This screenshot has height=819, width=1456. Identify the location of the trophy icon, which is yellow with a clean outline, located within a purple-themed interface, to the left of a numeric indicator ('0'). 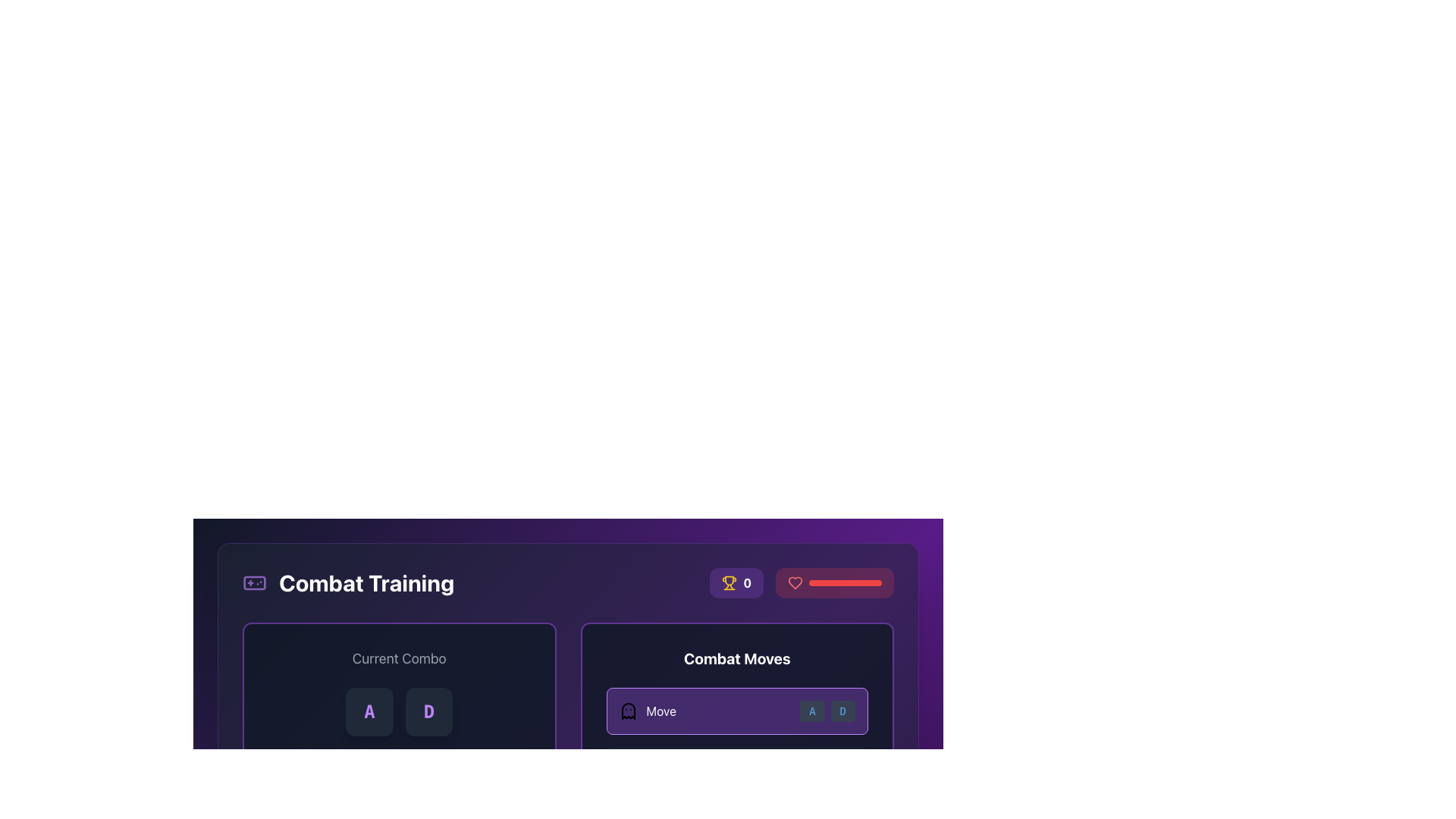
(730, 582).